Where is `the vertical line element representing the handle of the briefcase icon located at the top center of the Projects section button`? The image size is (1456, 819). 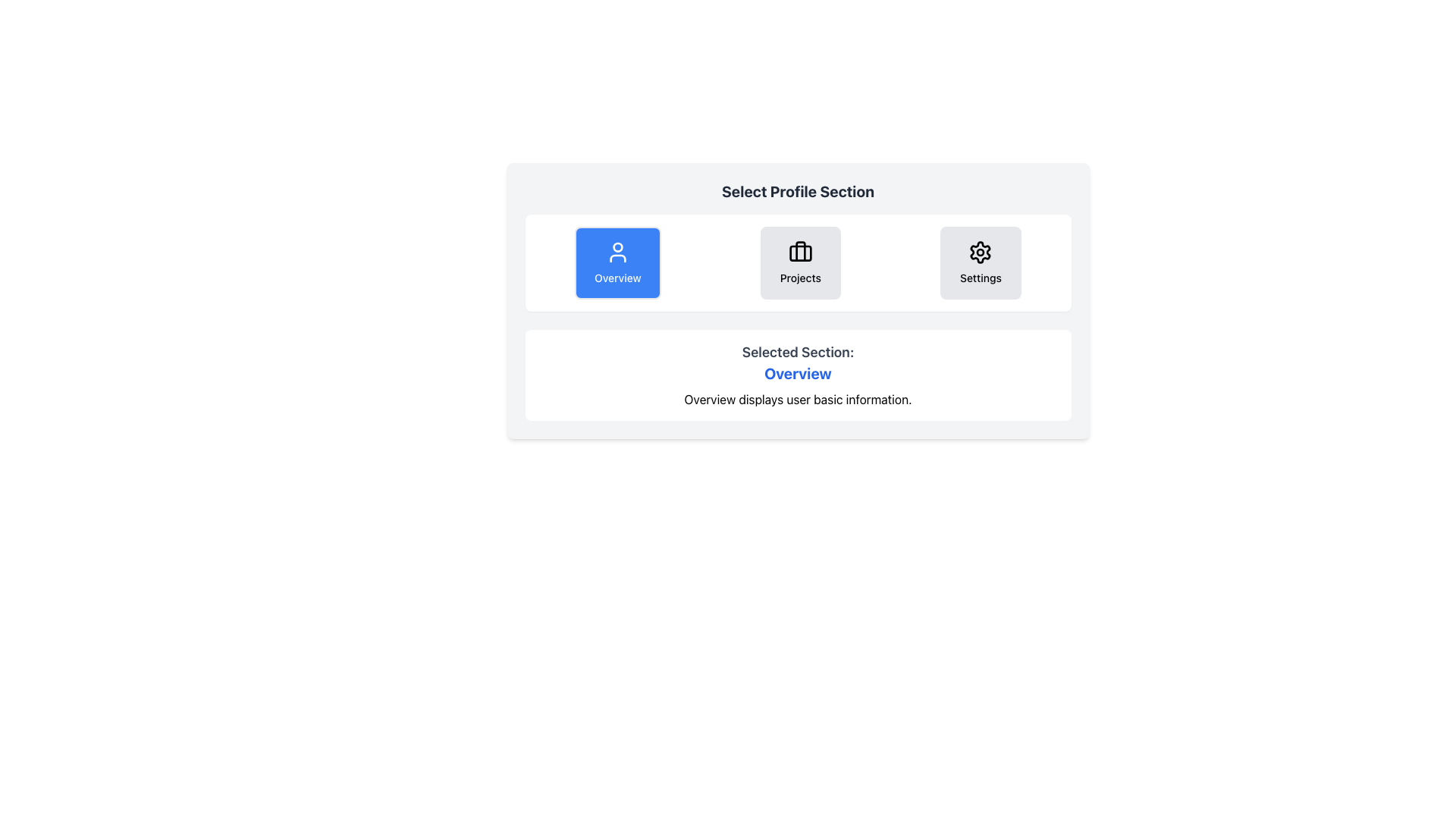 the vertical line element representing the handle of the briefcase icon located at the top center of the Projects section button is located at coordinates (799, 250).